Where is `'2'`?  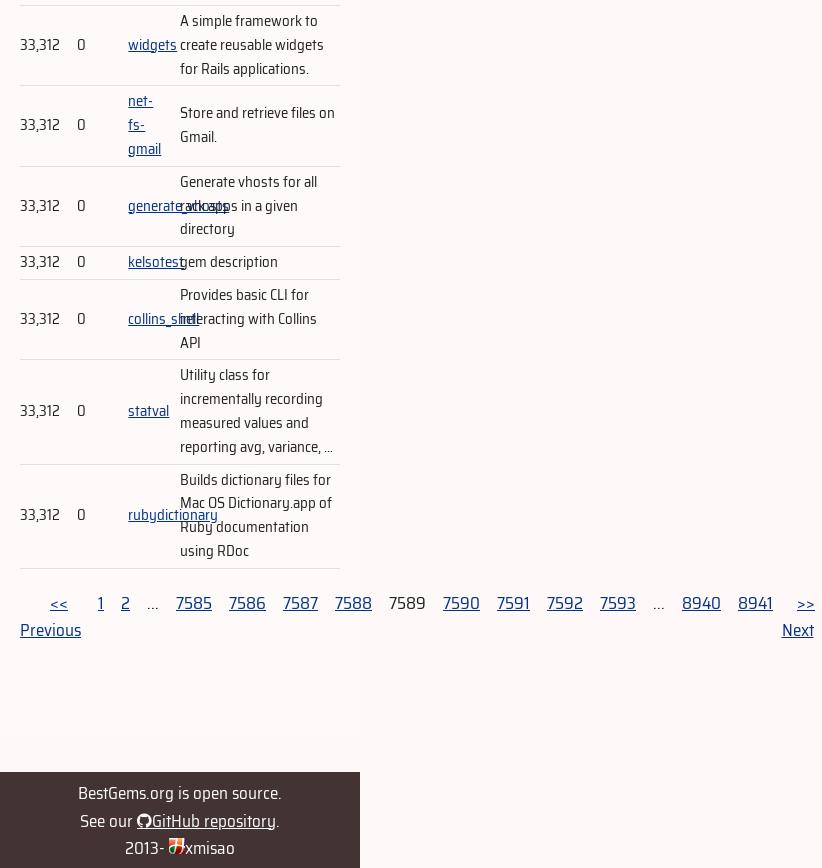 '2' is located at coordinates (125, 601).